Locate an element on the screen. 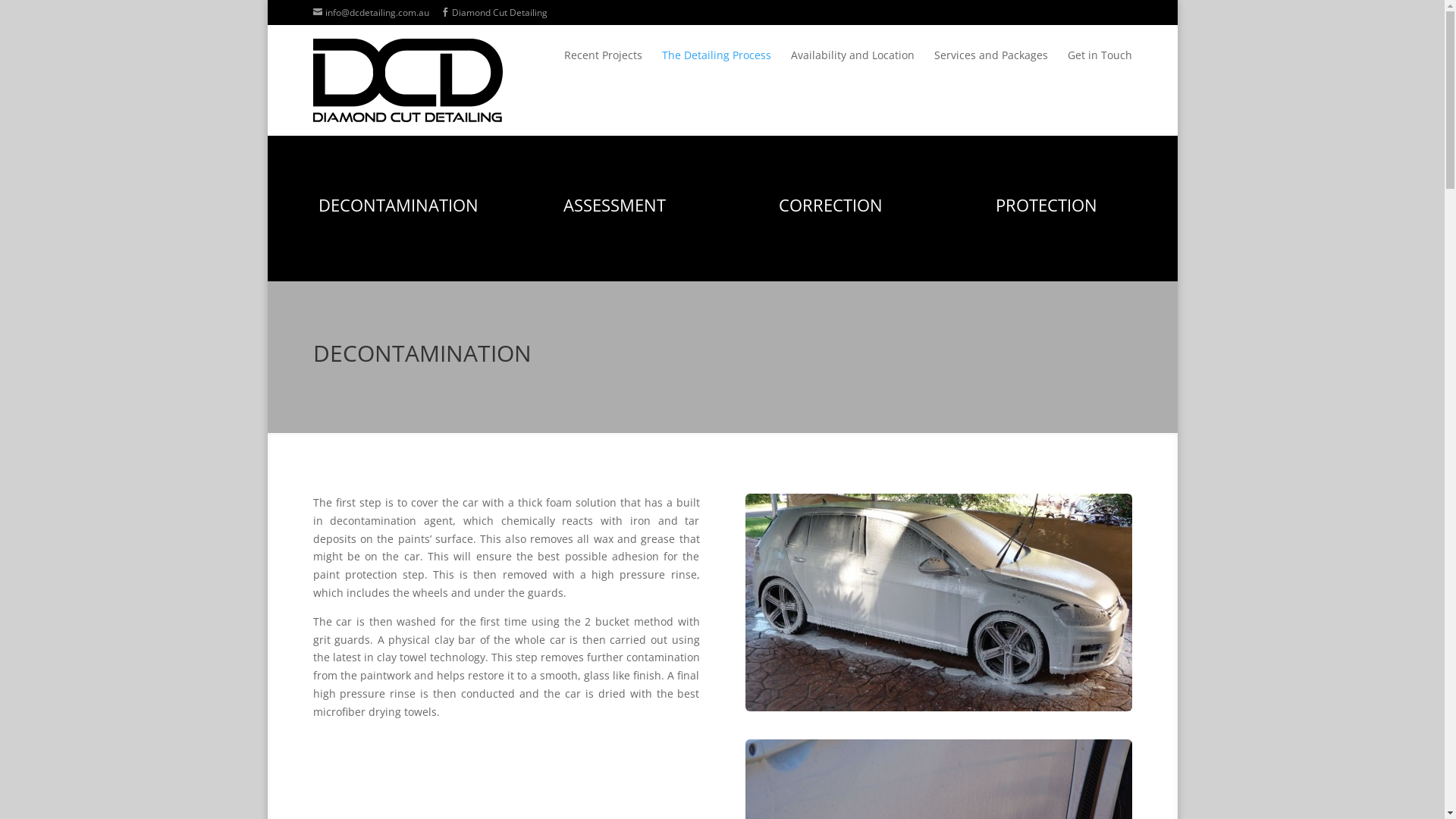 Image resolution: width=1456 pixels, height=819 pixels. 'ASSESSMENT' is located at coordinates (613, 205).